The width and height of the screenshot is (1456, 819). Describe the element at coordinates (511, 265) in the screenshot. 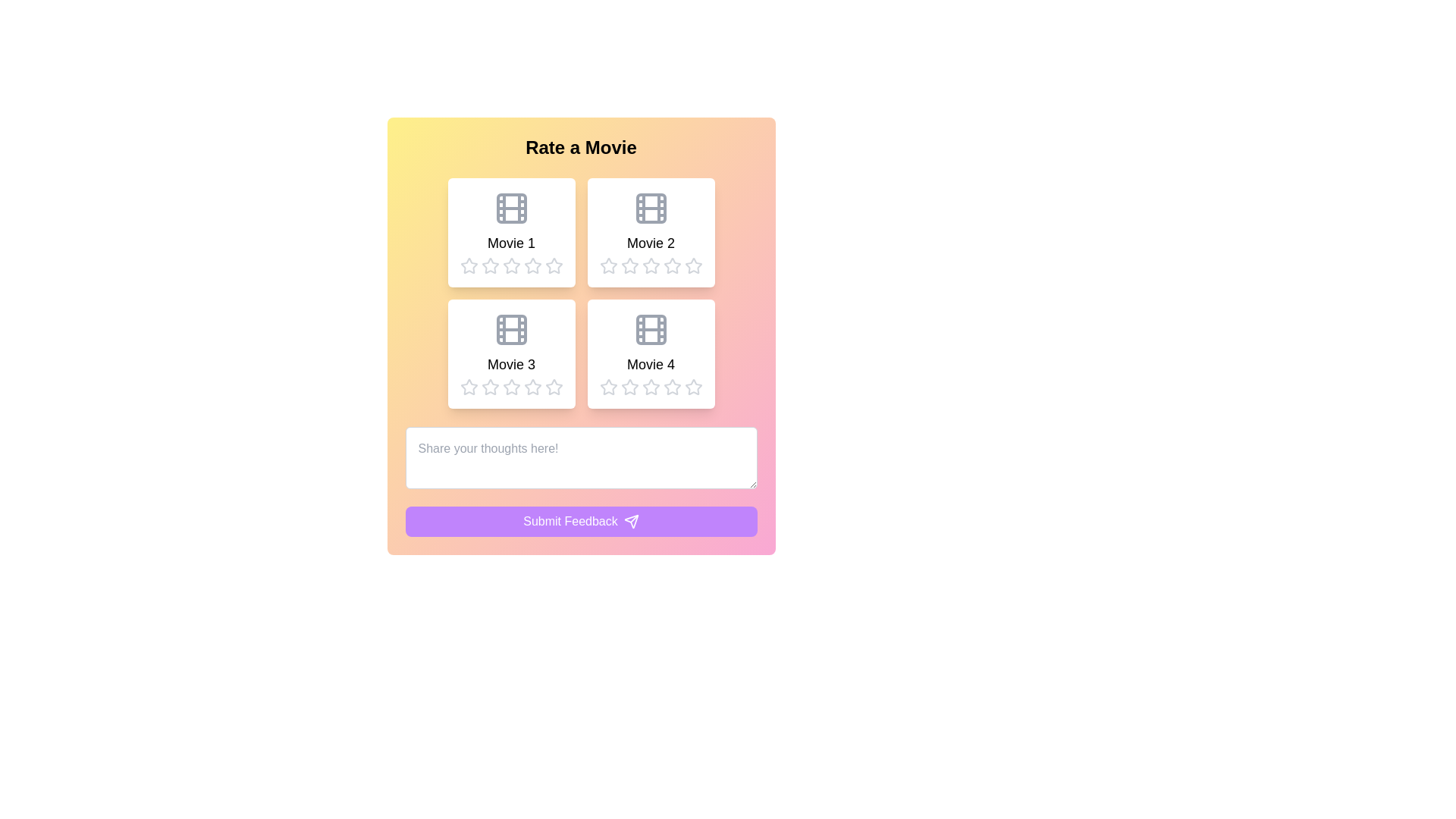

I see `the star icon used for rating 'Movie 1', which is the second star in a row of five stars` at that location.